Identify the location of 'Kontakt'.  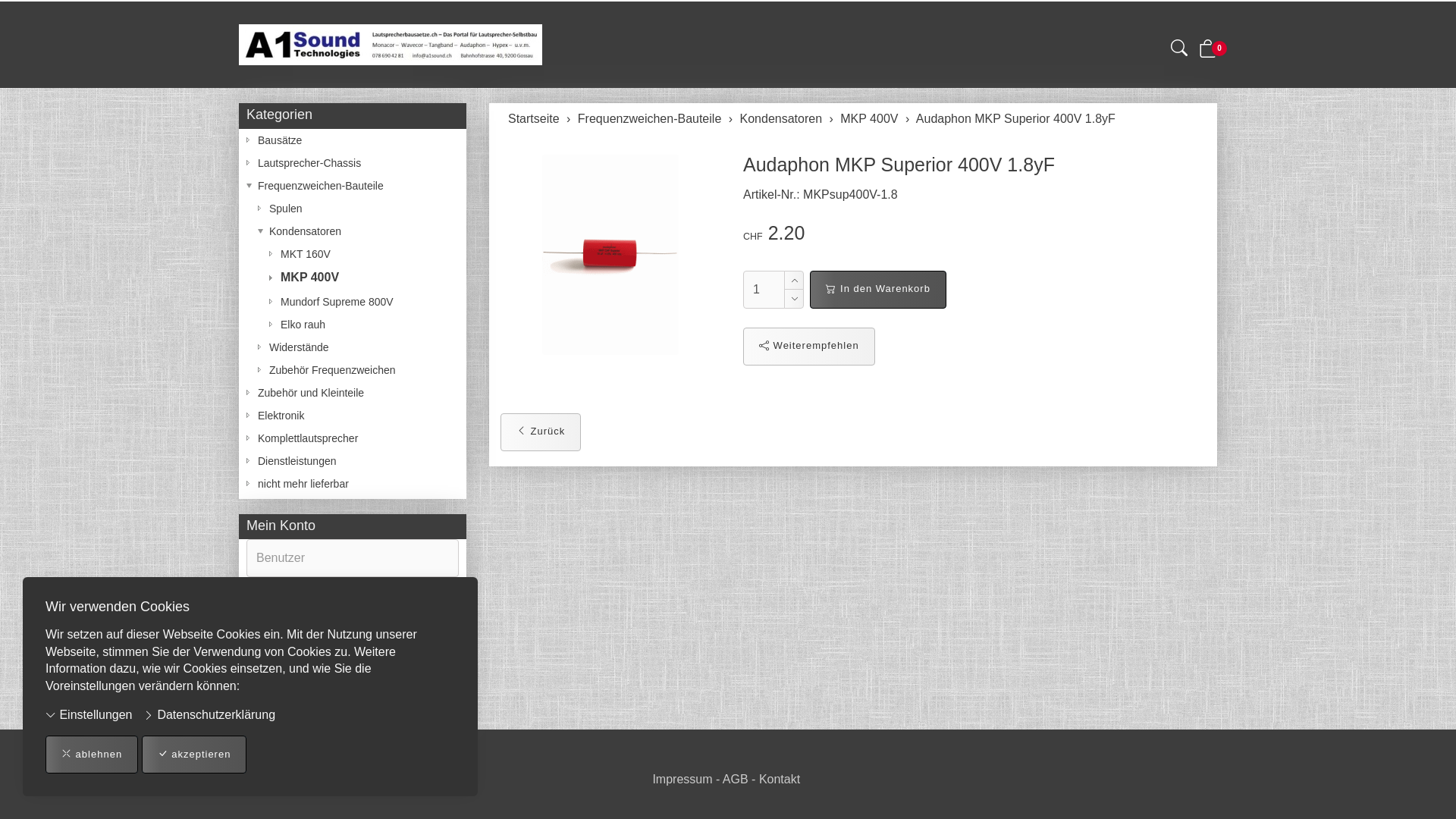
(779, 779).